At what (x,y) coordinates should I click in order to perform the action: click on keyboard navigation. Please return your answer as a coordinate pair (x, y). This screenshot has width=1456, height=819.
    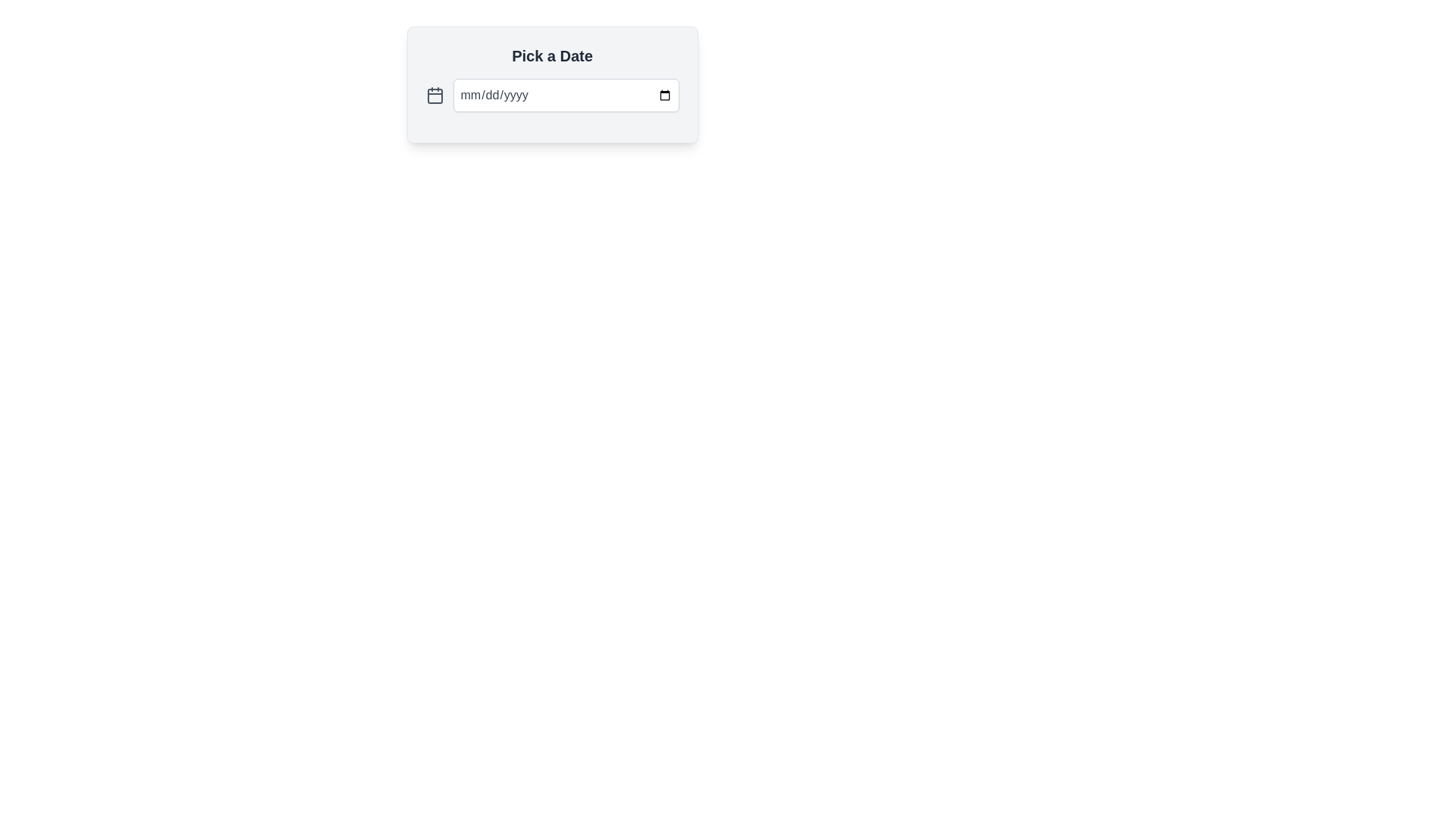
    Looking at the image, I should click on (551, 84).